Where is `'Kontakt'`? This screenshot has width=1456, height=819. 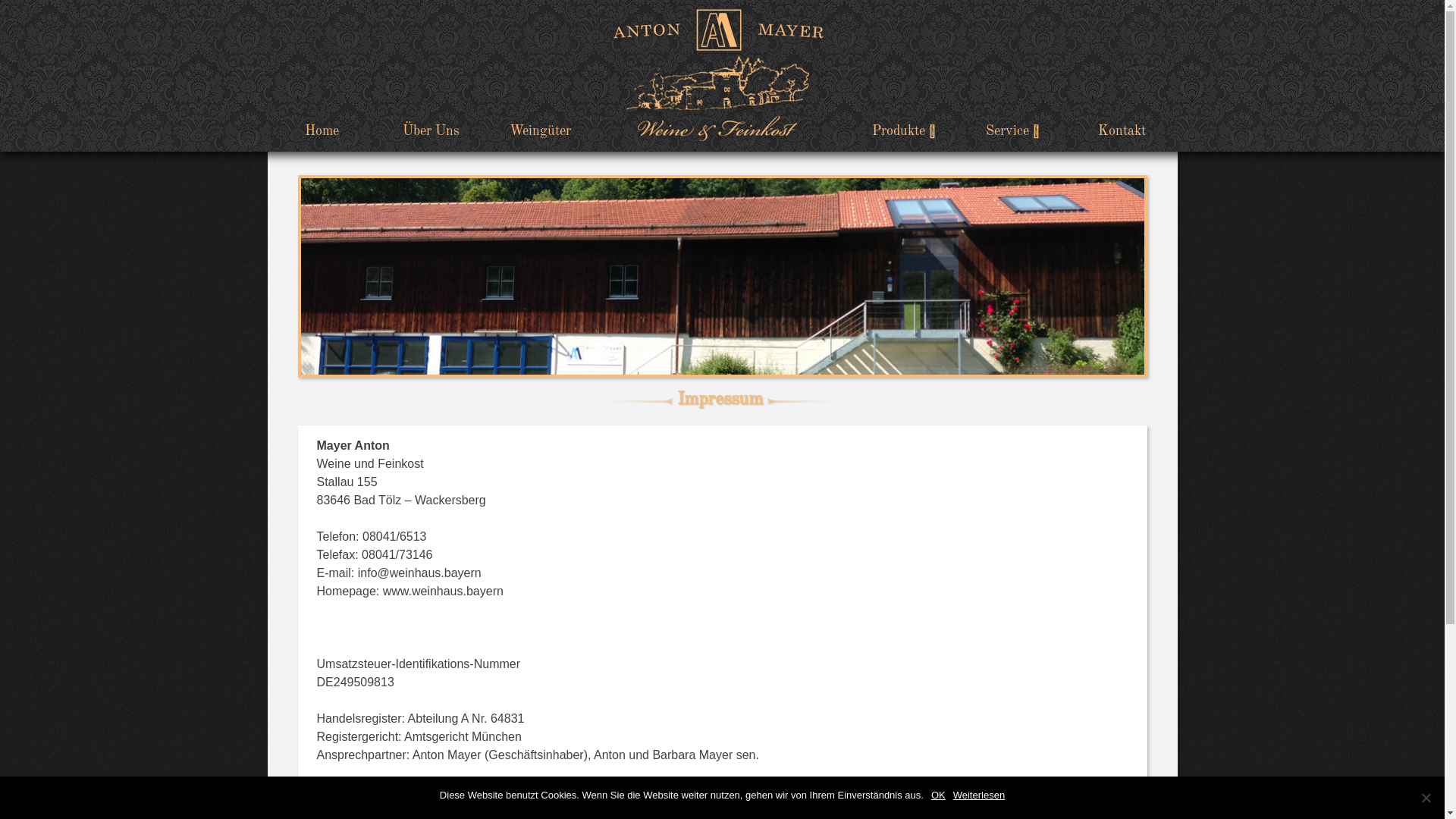 'Kontakt' is located at coordinates (1066, 130).